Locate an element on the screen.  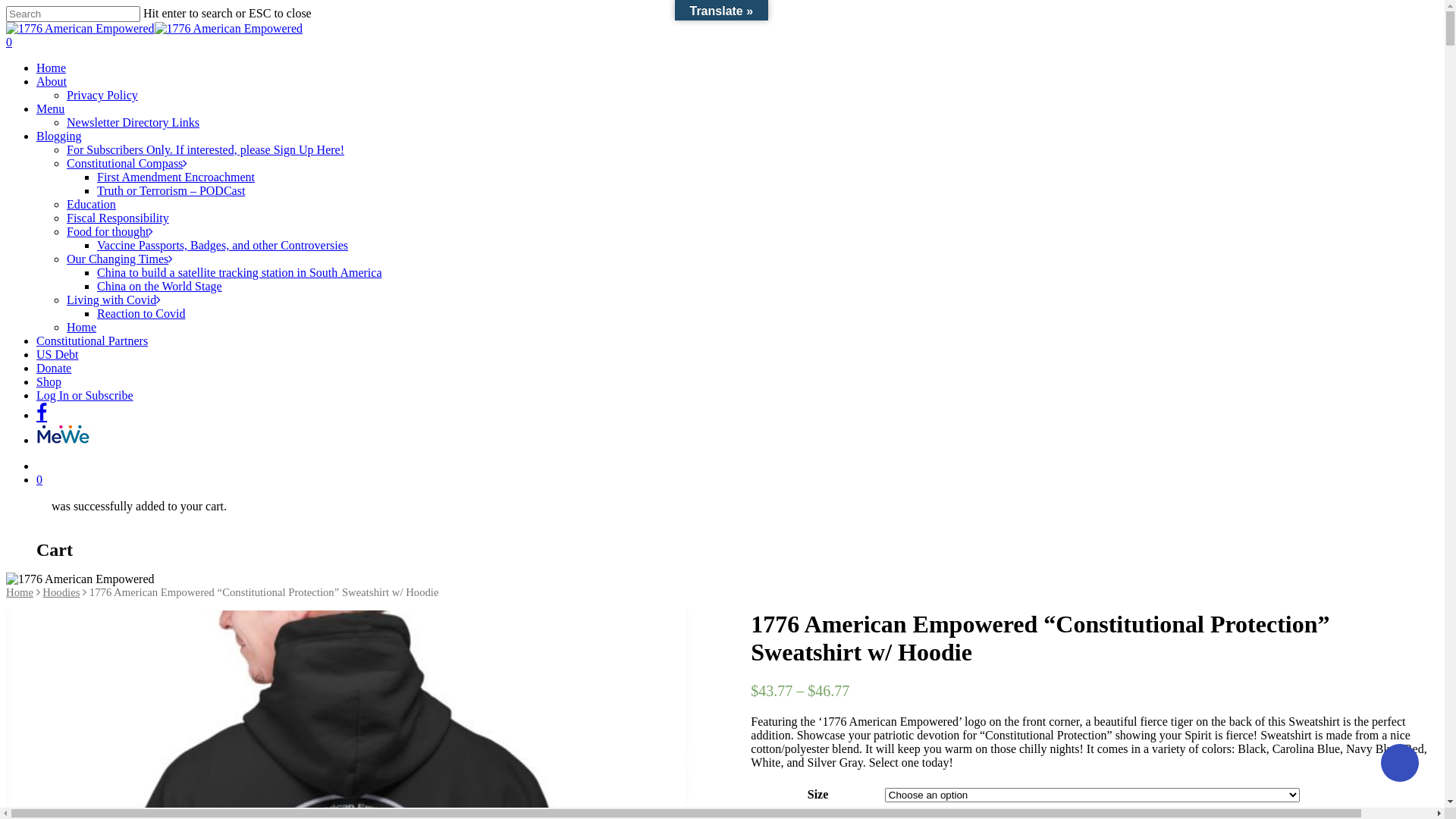
'First Amendment Encroachment' is located at coordinates (175, 176).